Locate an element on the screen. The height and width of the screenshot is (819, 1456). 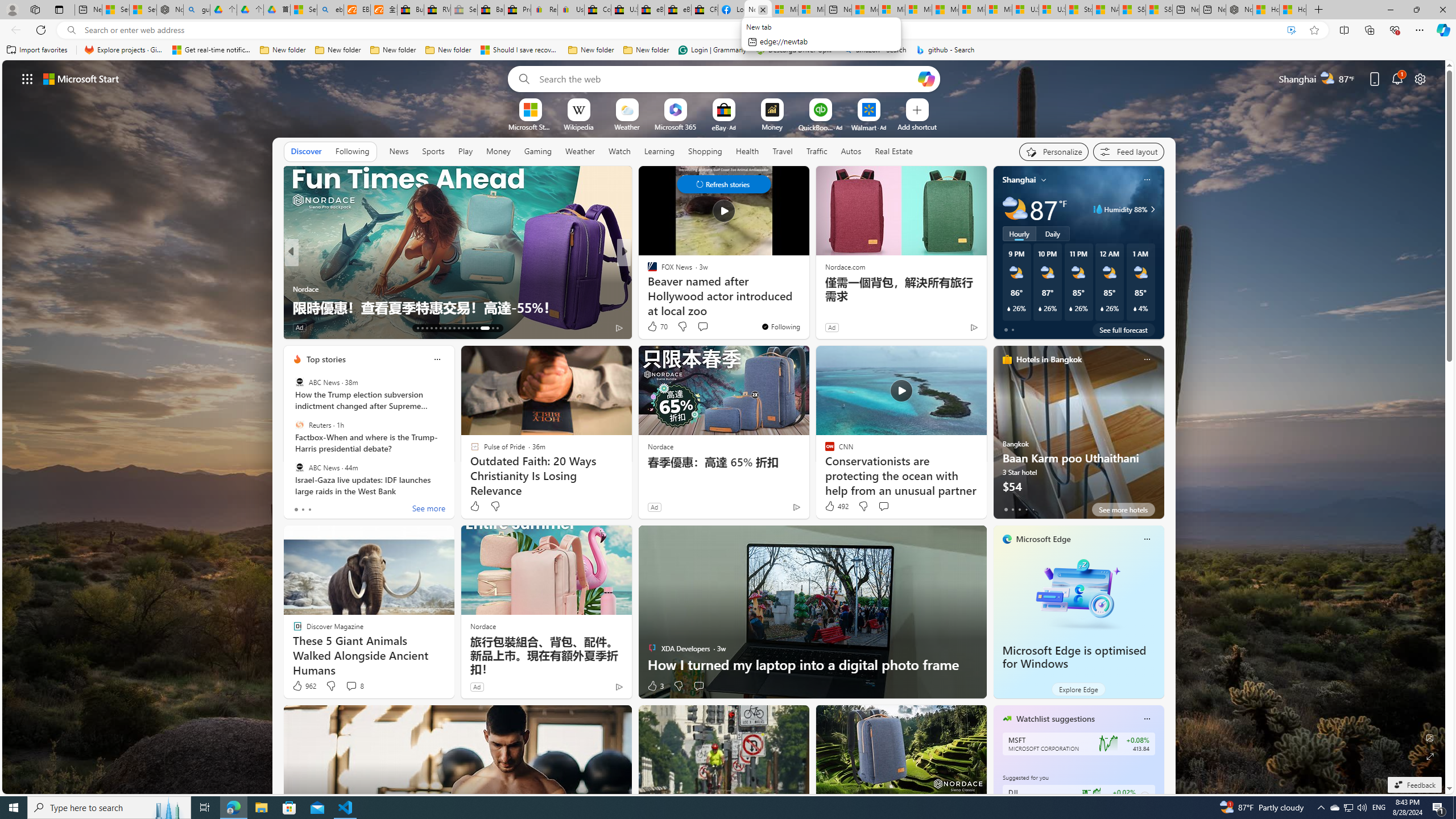
'Travel' is located at coordinates (782, 150).